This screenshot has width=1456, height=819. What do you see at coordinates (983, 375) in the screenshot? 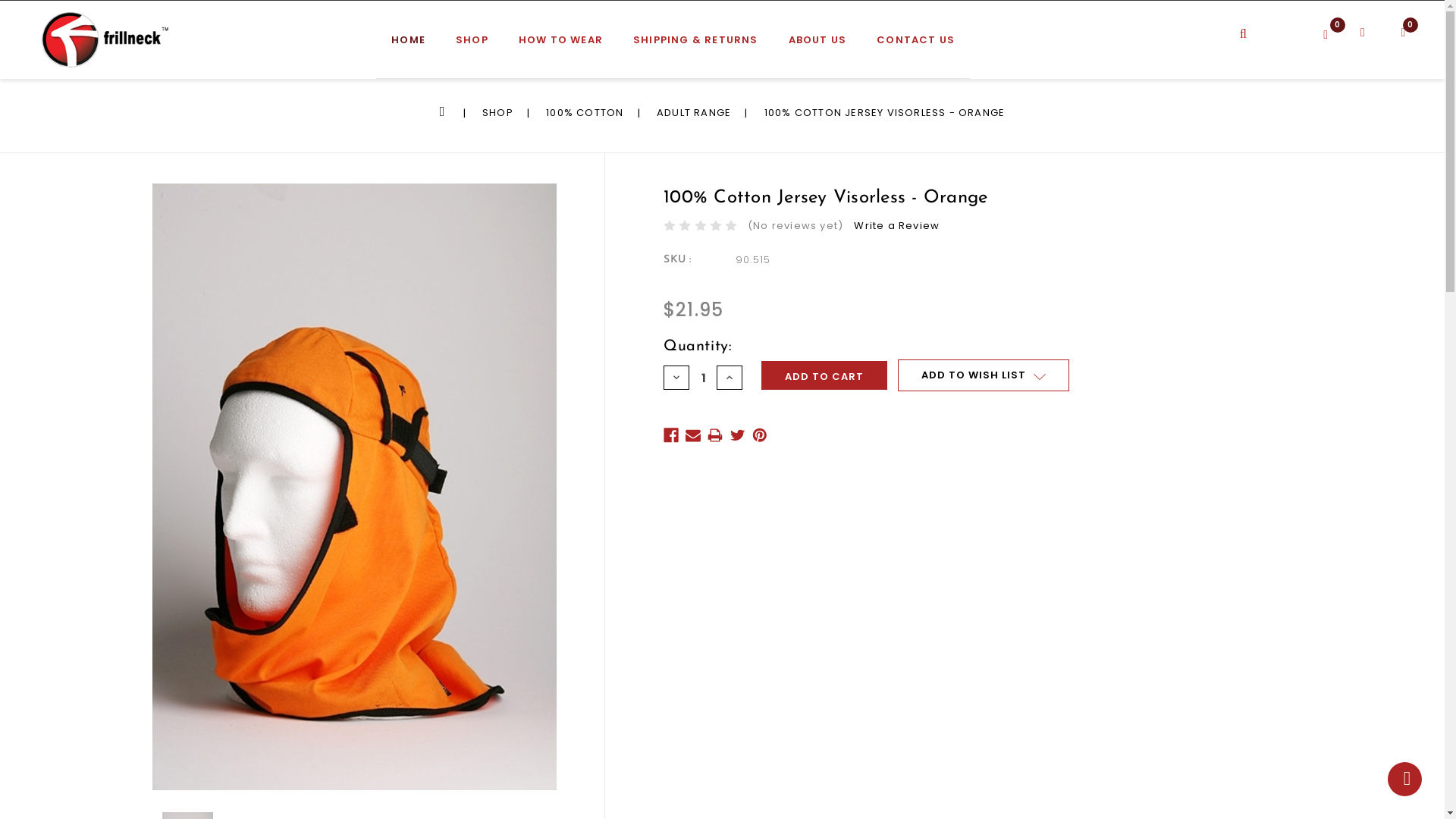
I see `'ADD TO WISH LIST'` at bounding box center [983, 375].